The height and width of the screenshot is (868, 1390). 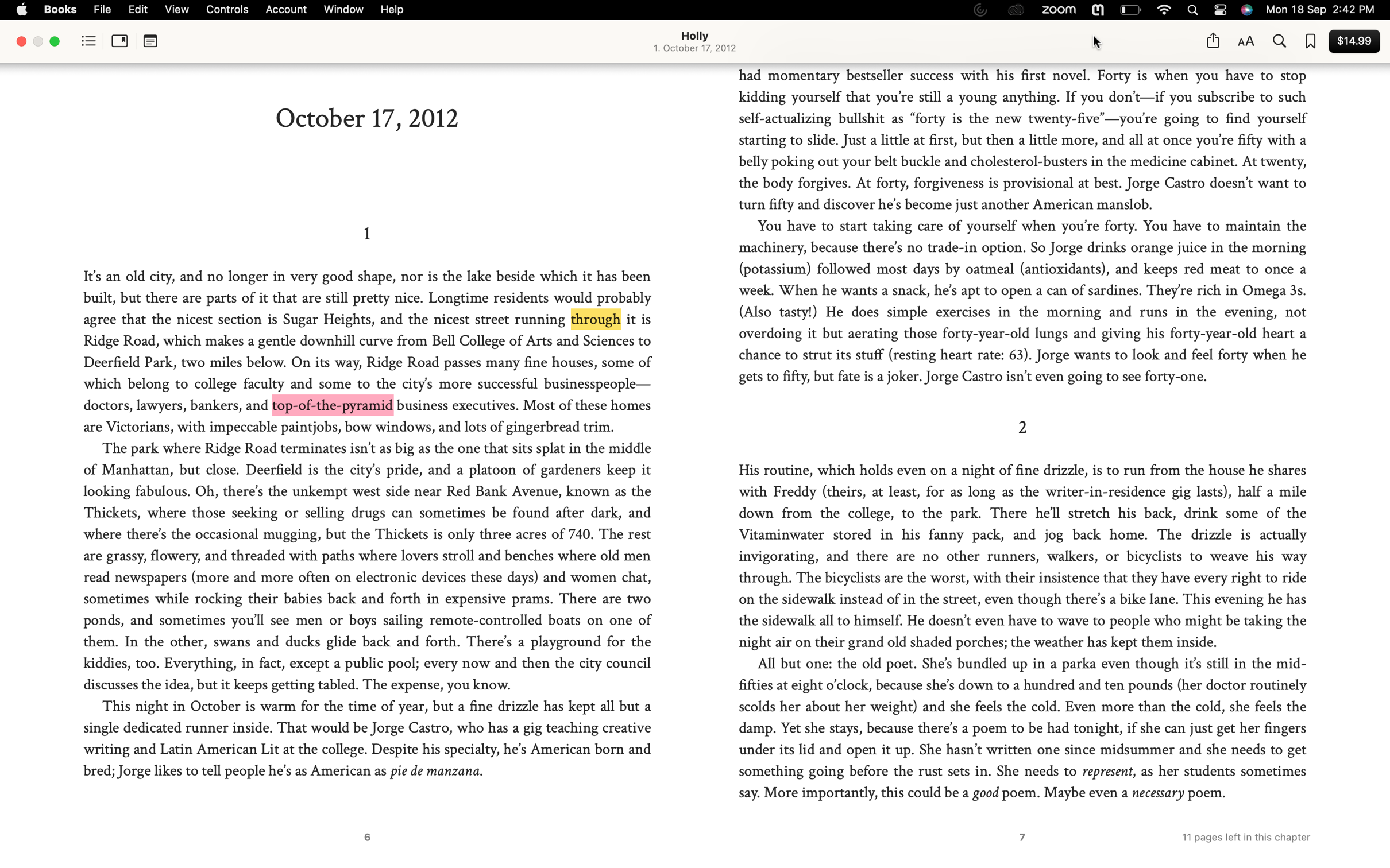 What do you see at coordinates (1311, 42) in the screenshot?
I see `Add the current page to favorites and view a list of all your favorite pages` at bounding box center [1311, 42].